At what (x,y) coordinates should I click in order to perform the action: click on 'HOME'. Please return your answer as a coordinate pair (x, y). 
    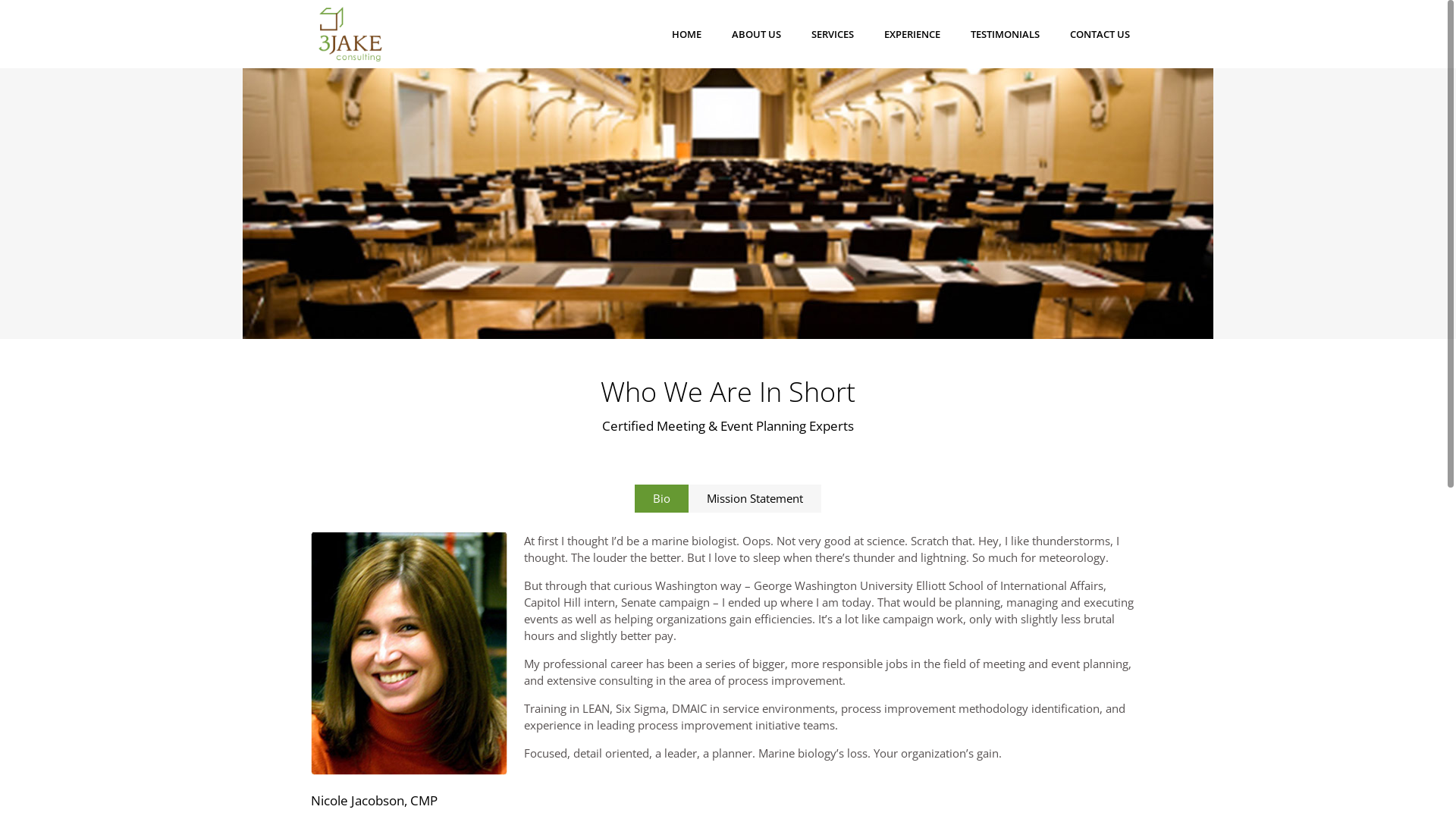
    Looking at the image, I should click on (686, 34).